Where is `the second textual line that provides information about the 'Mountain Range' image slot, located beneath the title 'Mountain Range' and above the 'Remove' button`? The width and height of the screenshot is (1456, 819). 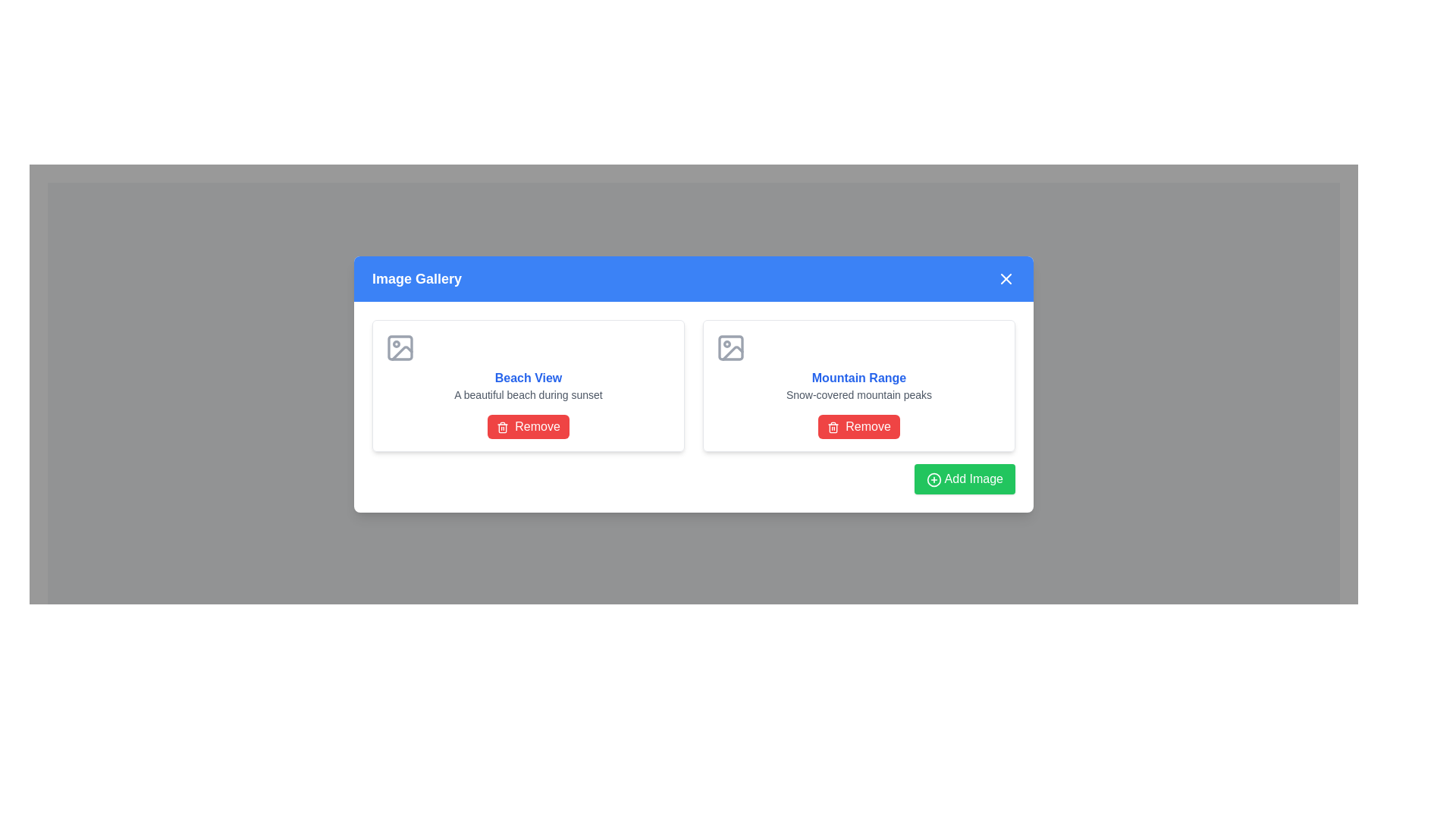
the second textual line that provides information about the 'Mountain Range' image slot, located beneath the title 'Mountain Range' and above the 'Remove' button is located at coordinates (858, 394).